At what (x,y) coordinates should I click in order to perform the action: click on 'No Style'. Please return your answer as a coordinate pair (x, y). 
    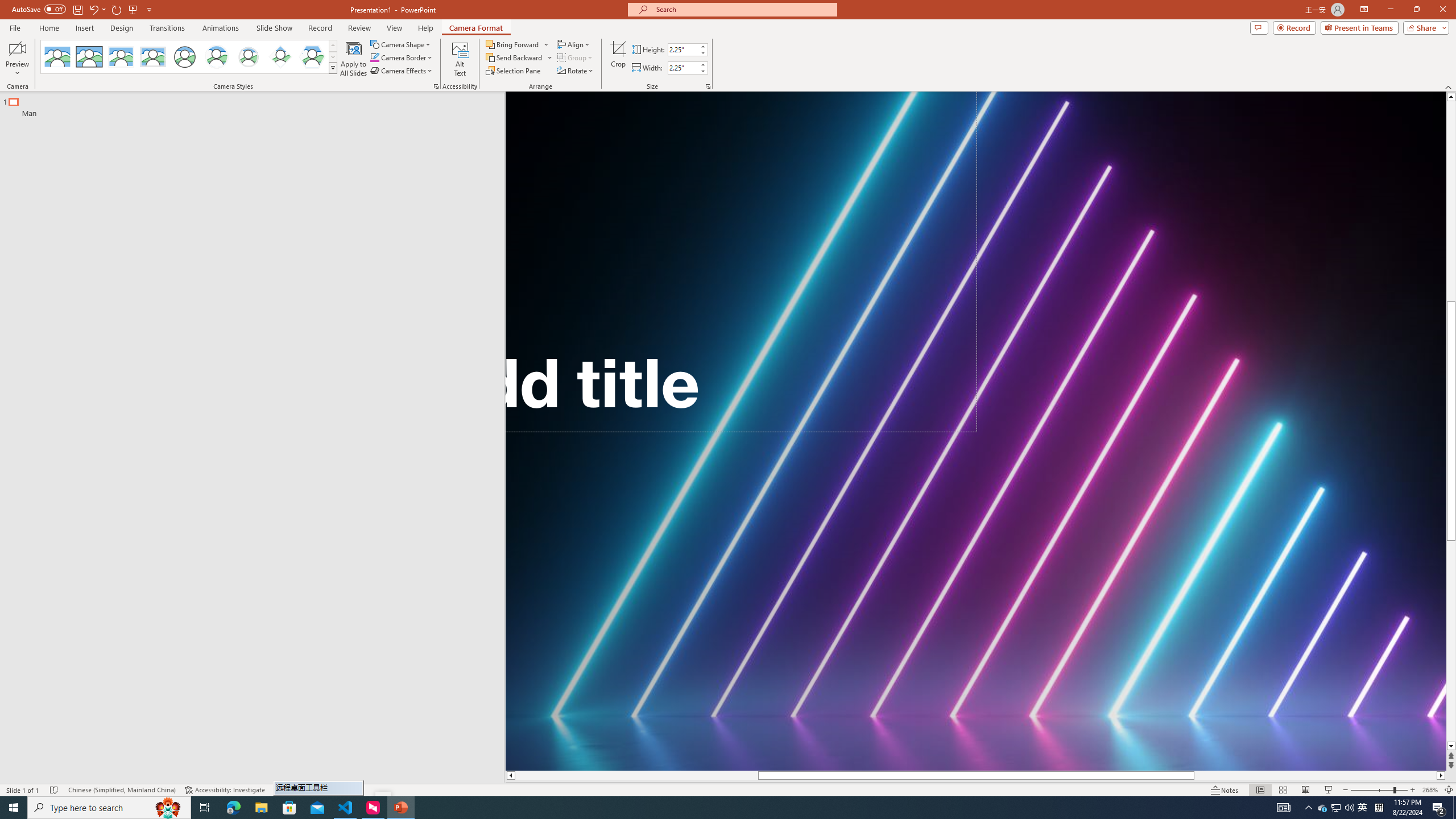
    Looking at the image, I should click on (57, 56).